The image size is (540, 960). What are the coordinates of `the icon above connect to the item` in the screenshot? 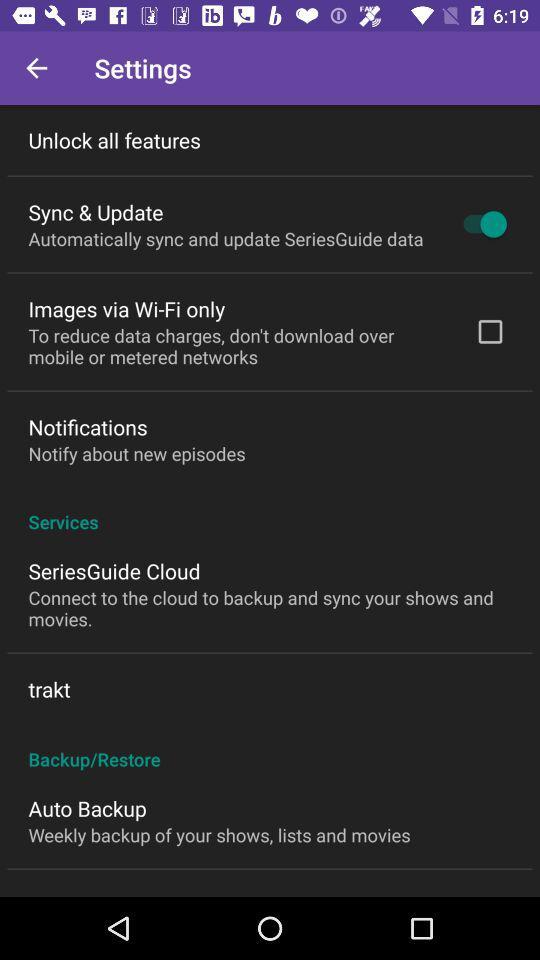 It's located at (114, 571).